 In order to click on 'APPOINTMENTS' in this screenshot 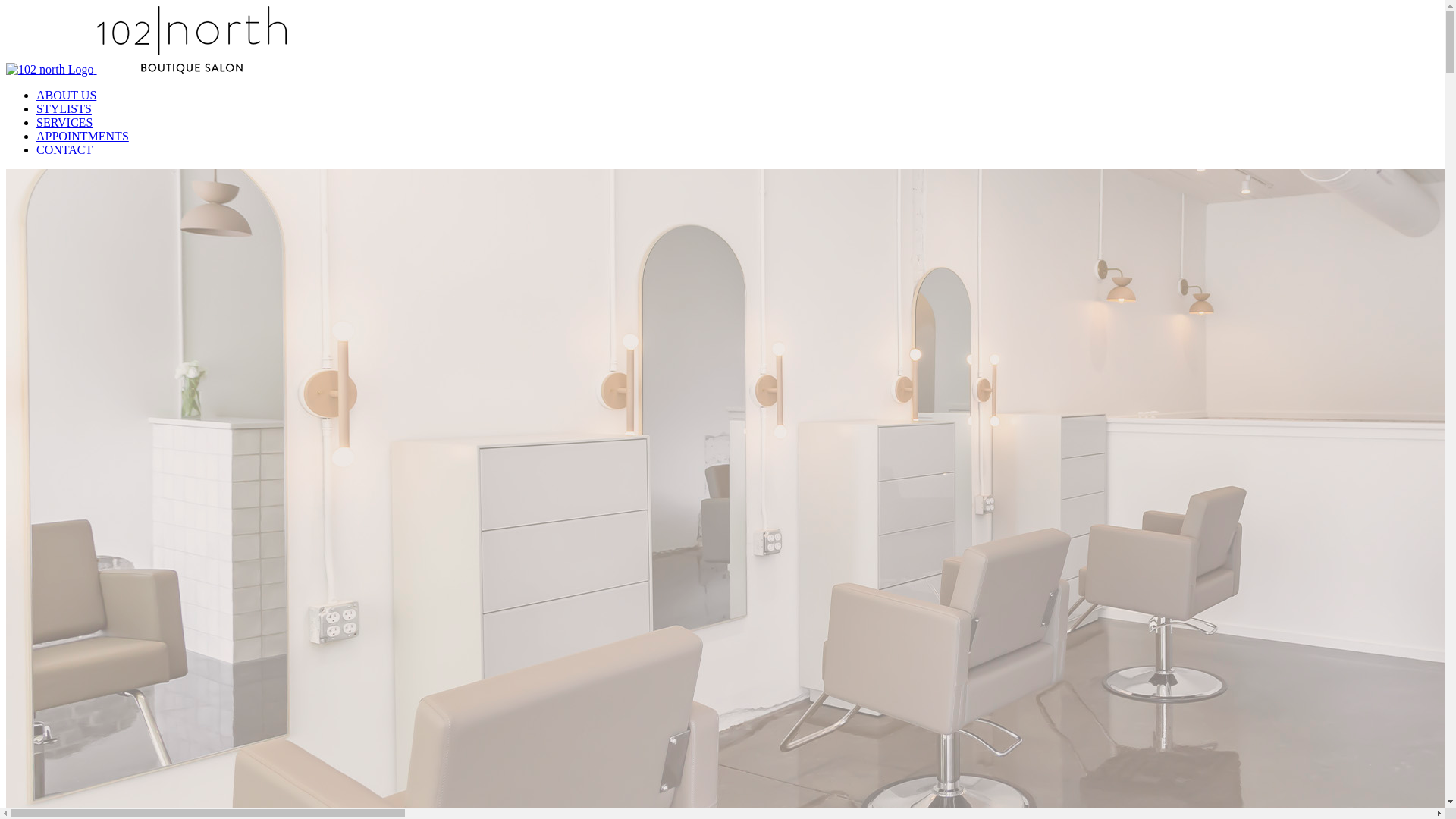, I will do `click(82, 135)`.